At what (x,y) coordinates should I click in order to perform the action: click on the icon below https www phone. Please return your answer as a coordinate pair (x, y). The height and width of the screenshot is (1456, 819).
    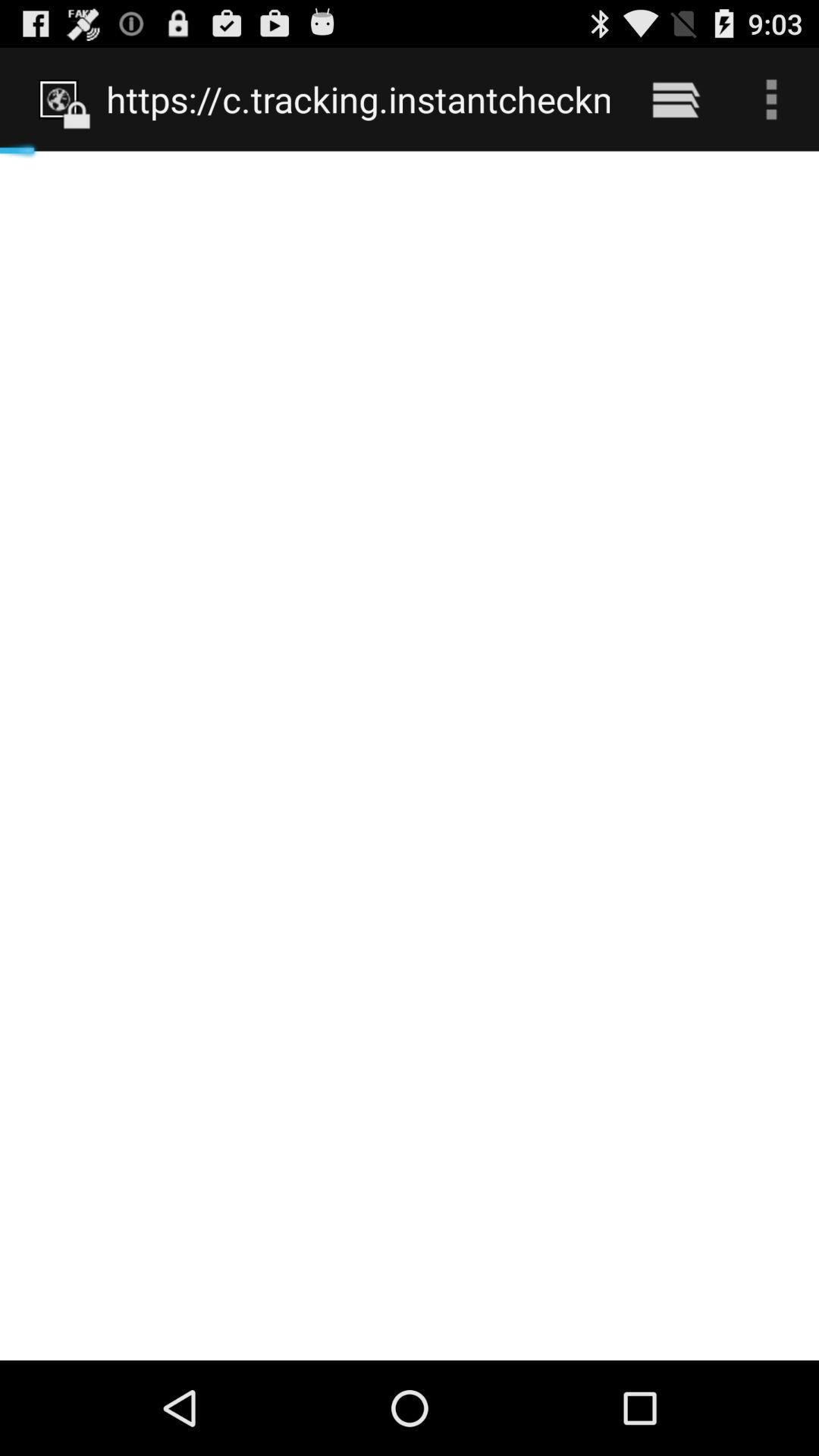
    Looking at the image, I should click on (409, 755).